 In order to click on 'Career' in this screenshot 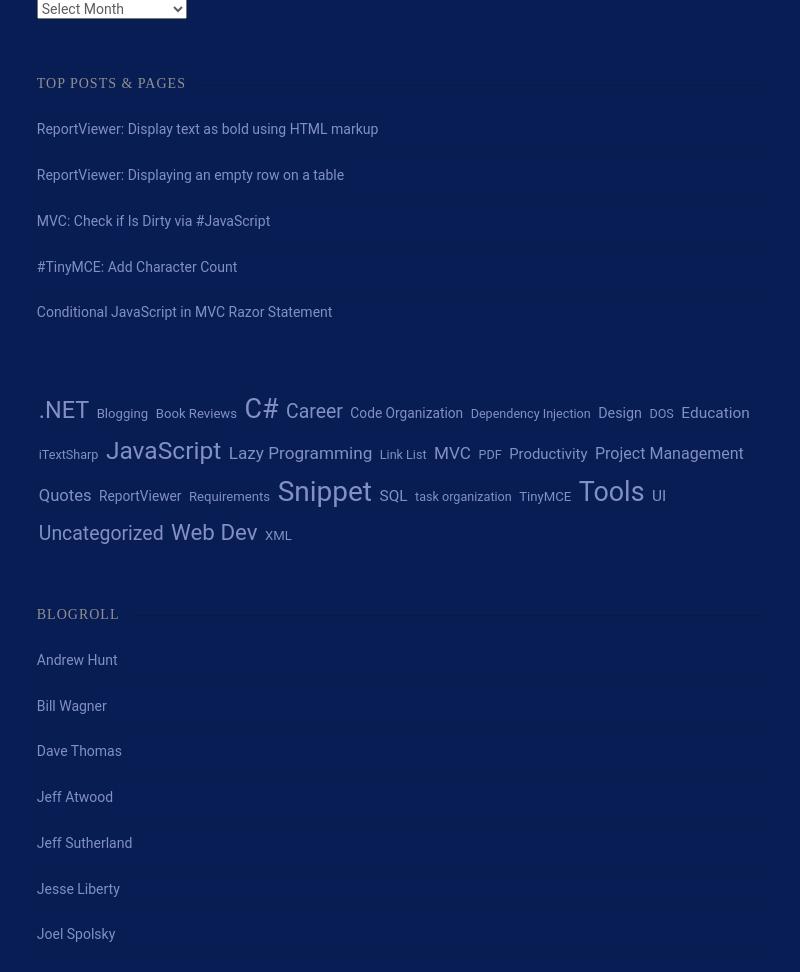, I will do `click(313, 411)`.